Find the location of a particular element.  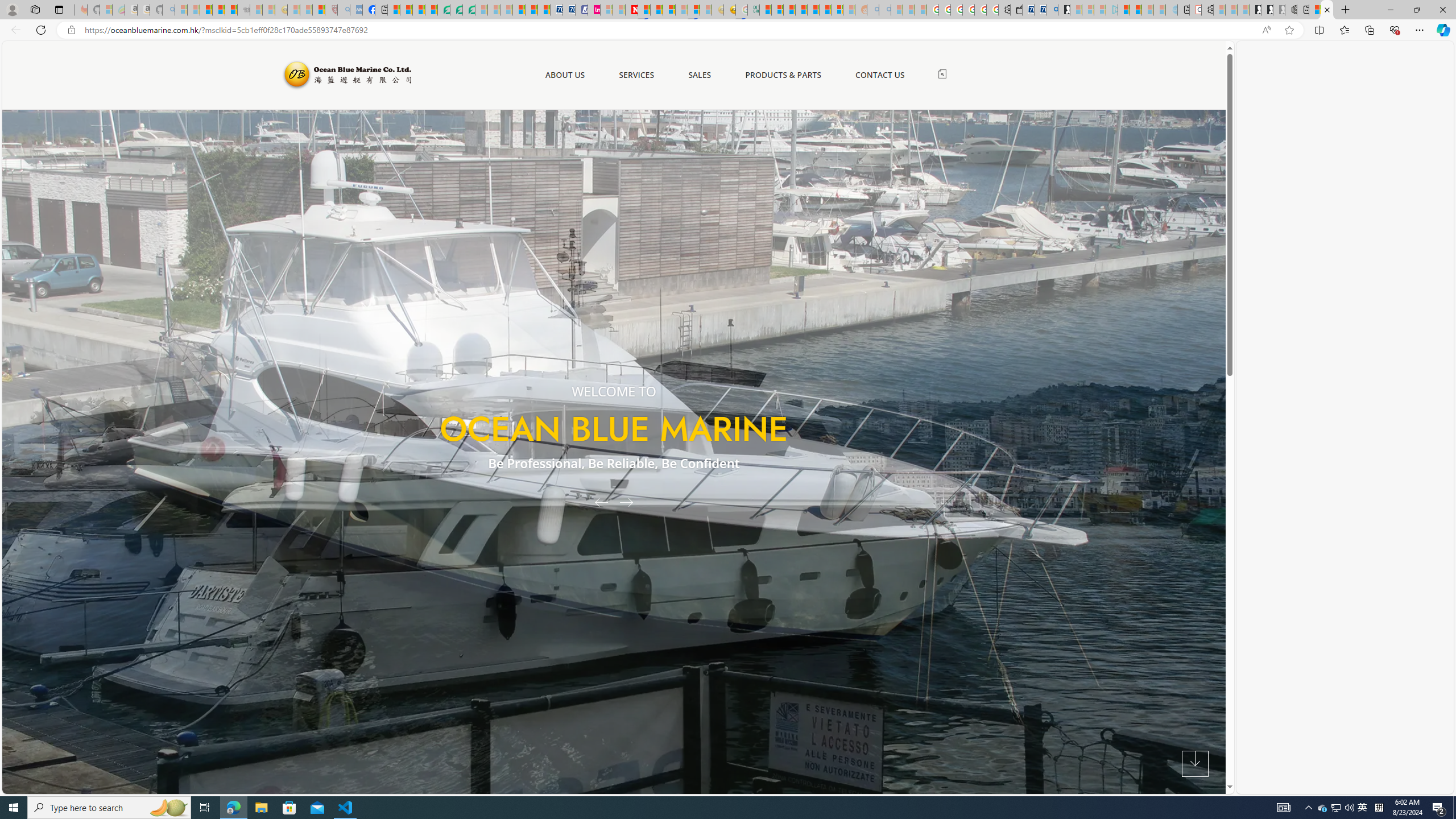

'Ocean Blue Marine' is located at coordinates (345, 74).